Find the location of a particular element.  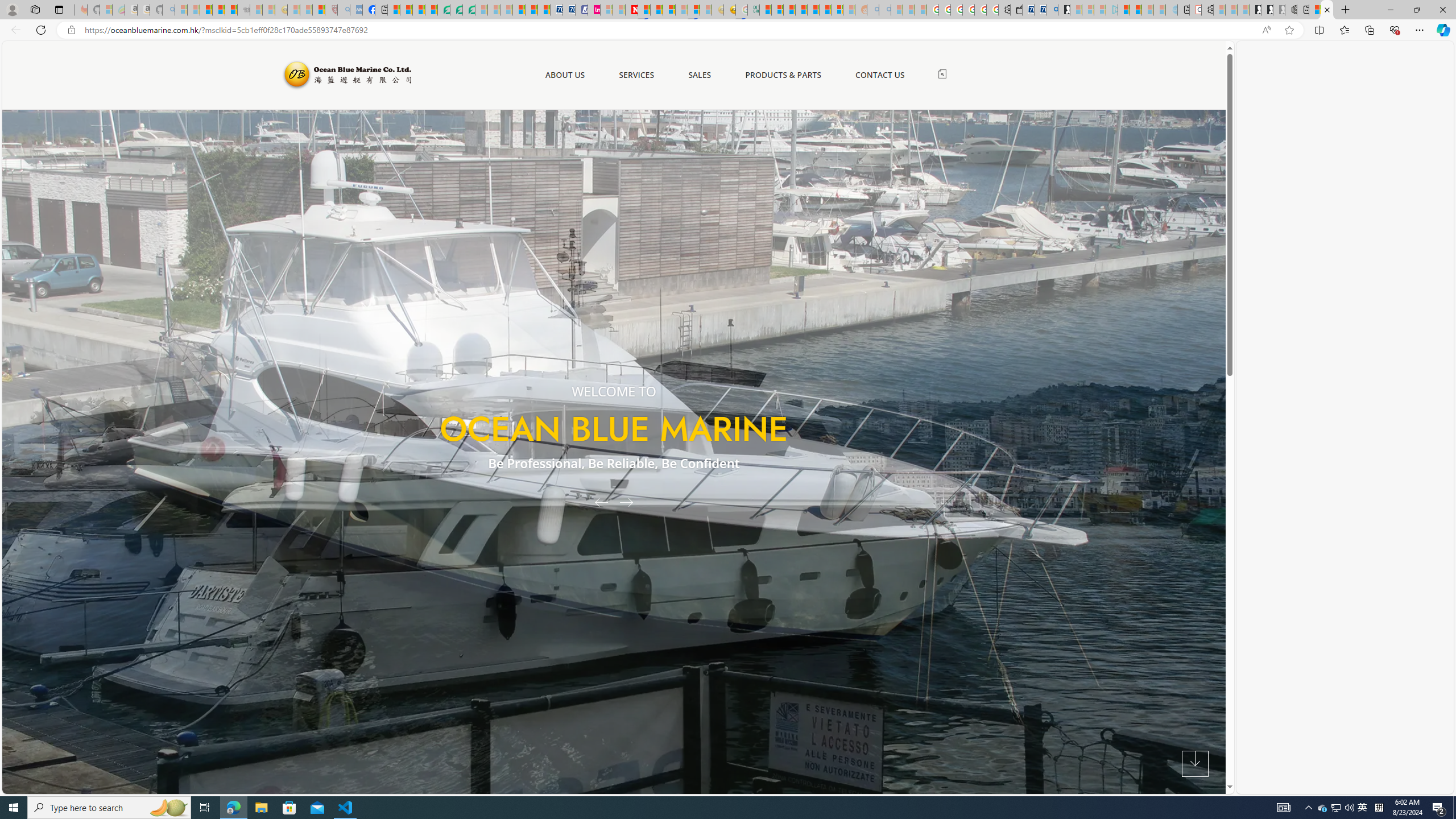

'Ocean Blue Marine' is located at coordinates (345, 74).